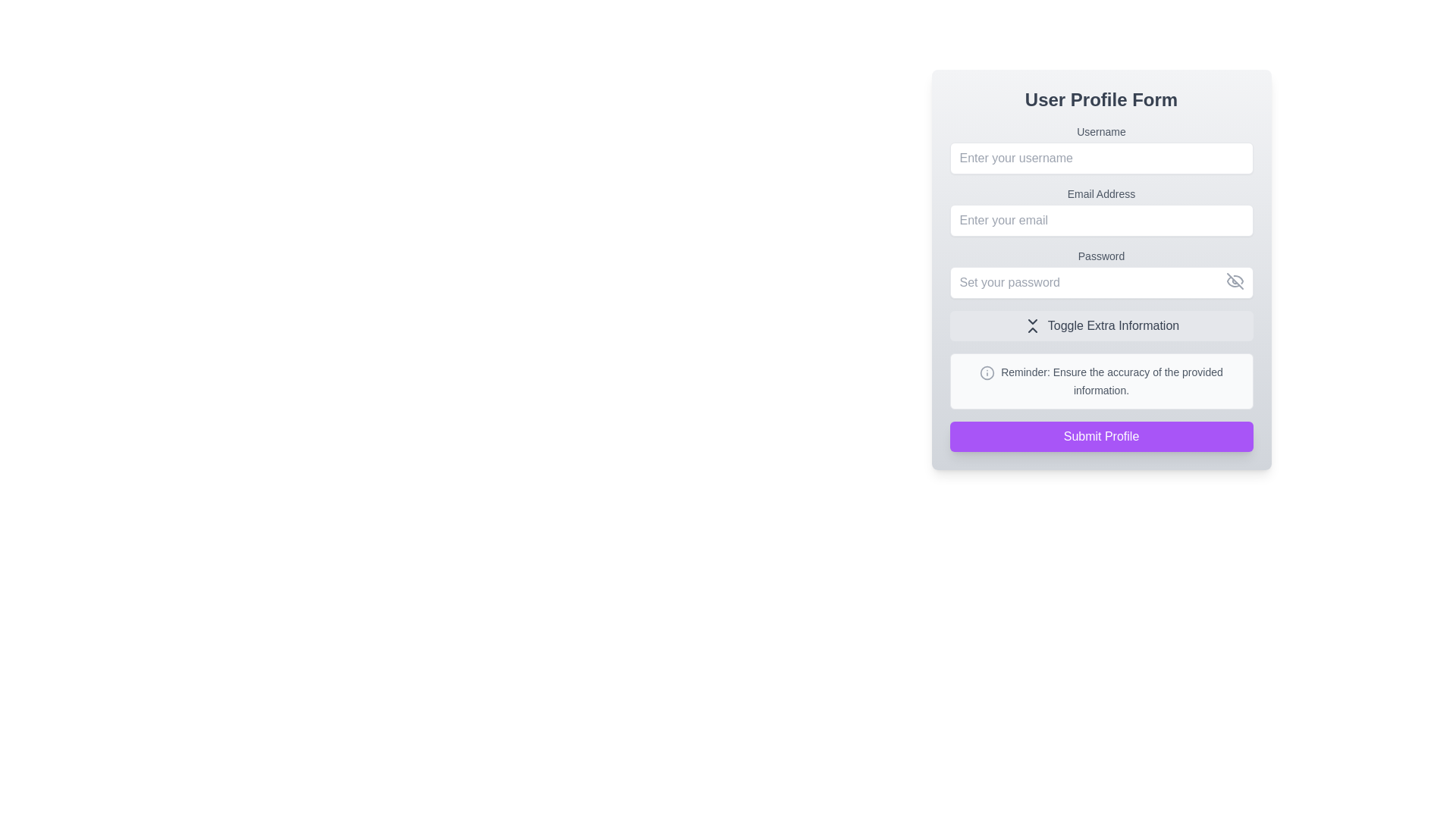  What do you see at coordinates (987, 372) in the screenshot?
I see `the SVG Circle element, which is a circular outline in light gray color located in the middle of an informational reminder box in the user profile form` at bounding box center [987, 372].